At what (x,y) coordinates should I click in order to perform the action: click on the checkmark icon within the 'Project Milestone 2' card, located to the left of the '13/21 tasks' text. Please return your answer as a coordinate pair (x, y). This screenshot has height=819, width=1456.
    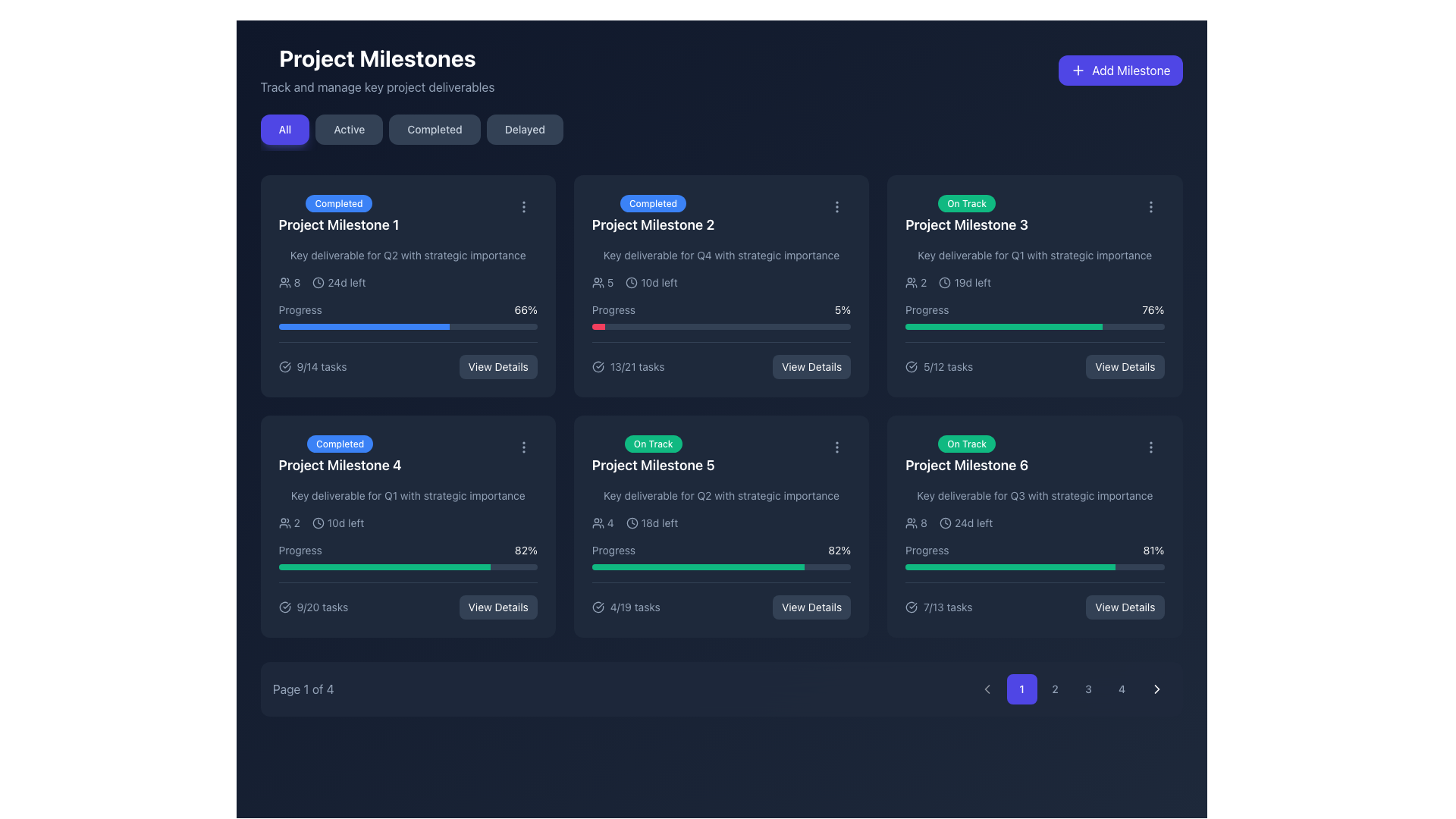
    Looking at the image, I should click on (597, 366).